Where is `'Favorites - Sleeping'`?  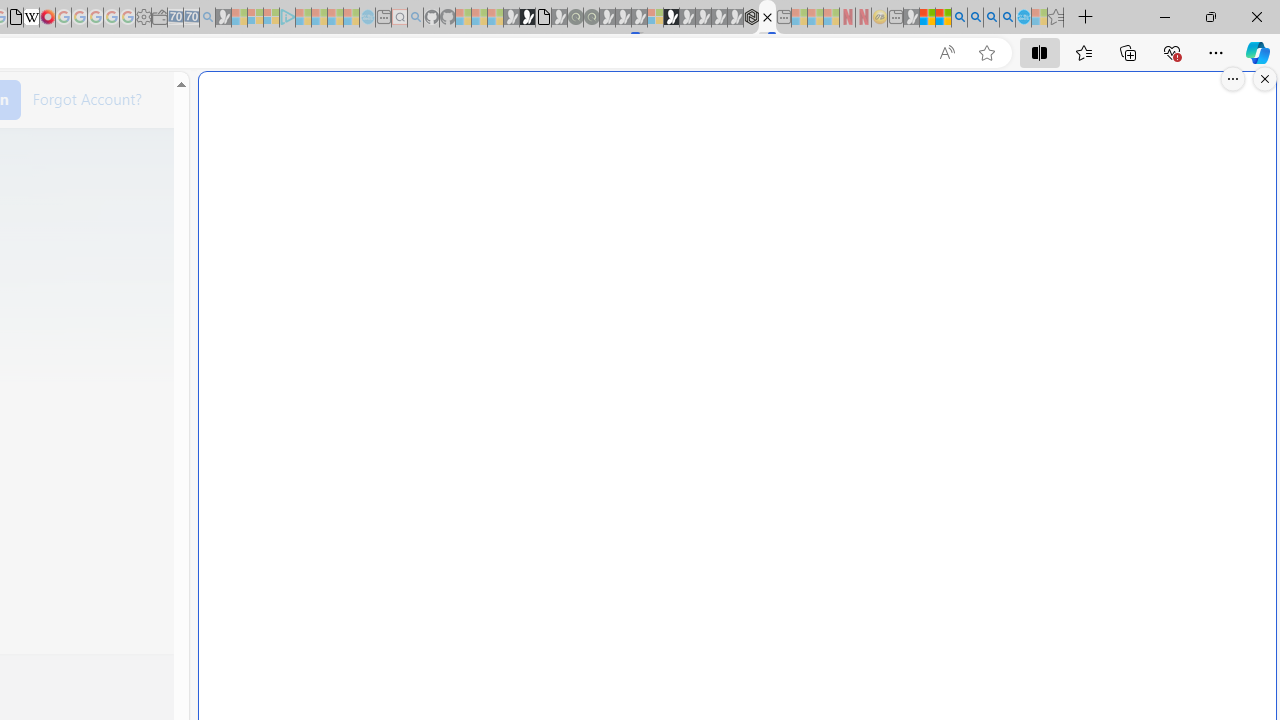 'Favorites - Sleeping' is located at coordinates (1055, 17).